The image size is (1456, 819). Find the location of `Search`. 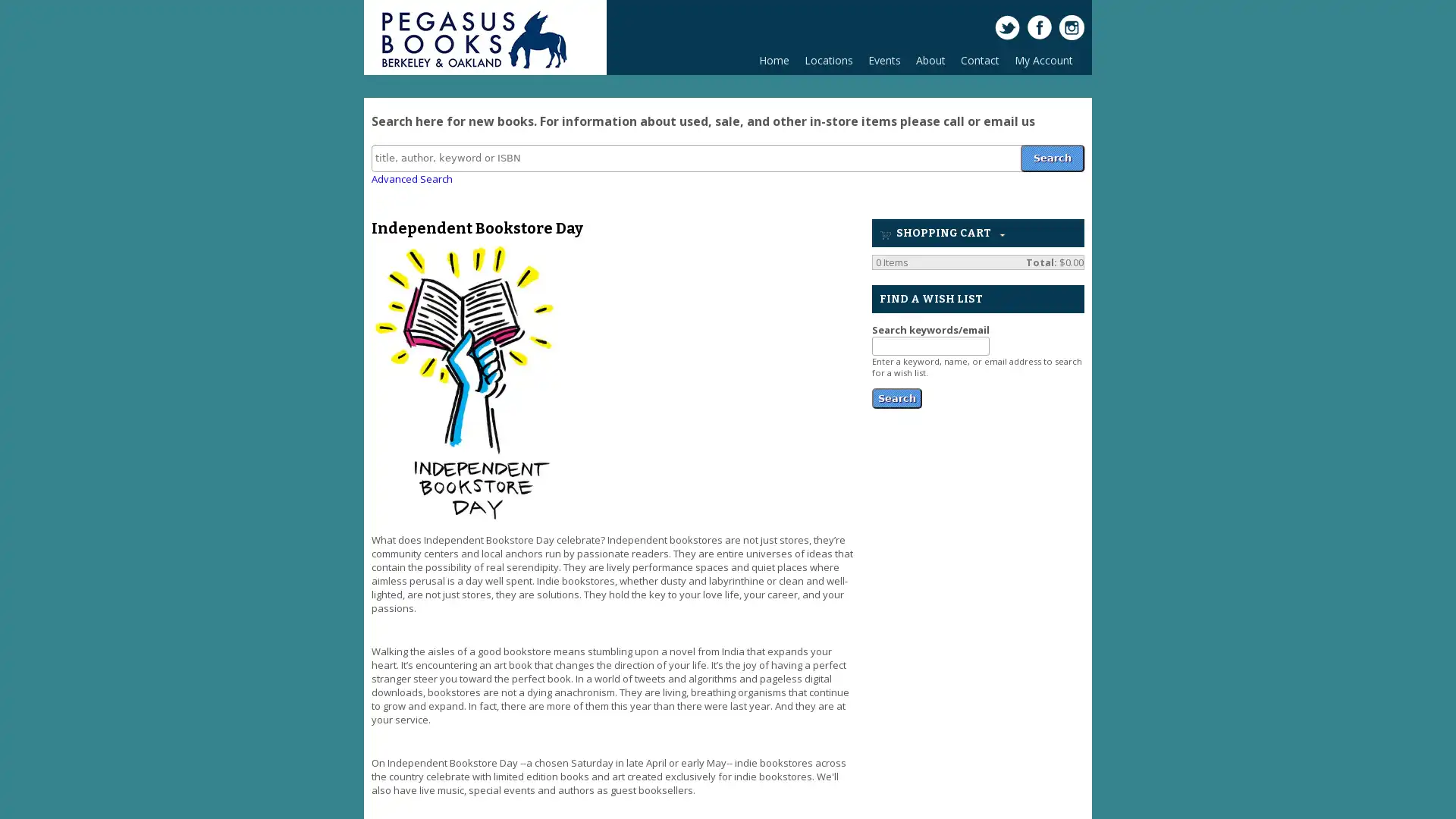

Search is located at coordinates (1051, 157).